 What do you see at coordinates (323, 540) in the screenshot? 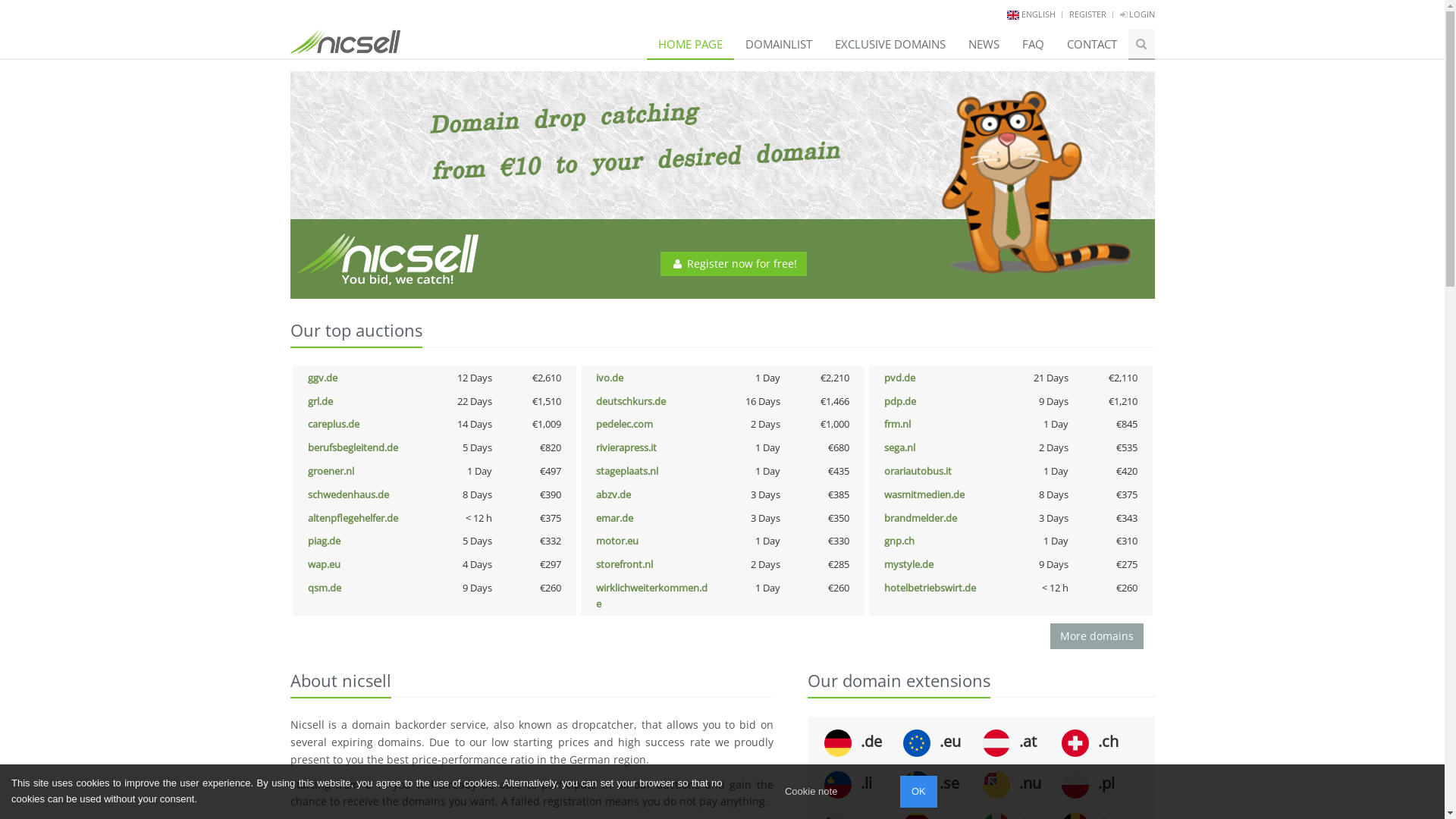
I see `'piag.de'` at bounding box center [323, 540].